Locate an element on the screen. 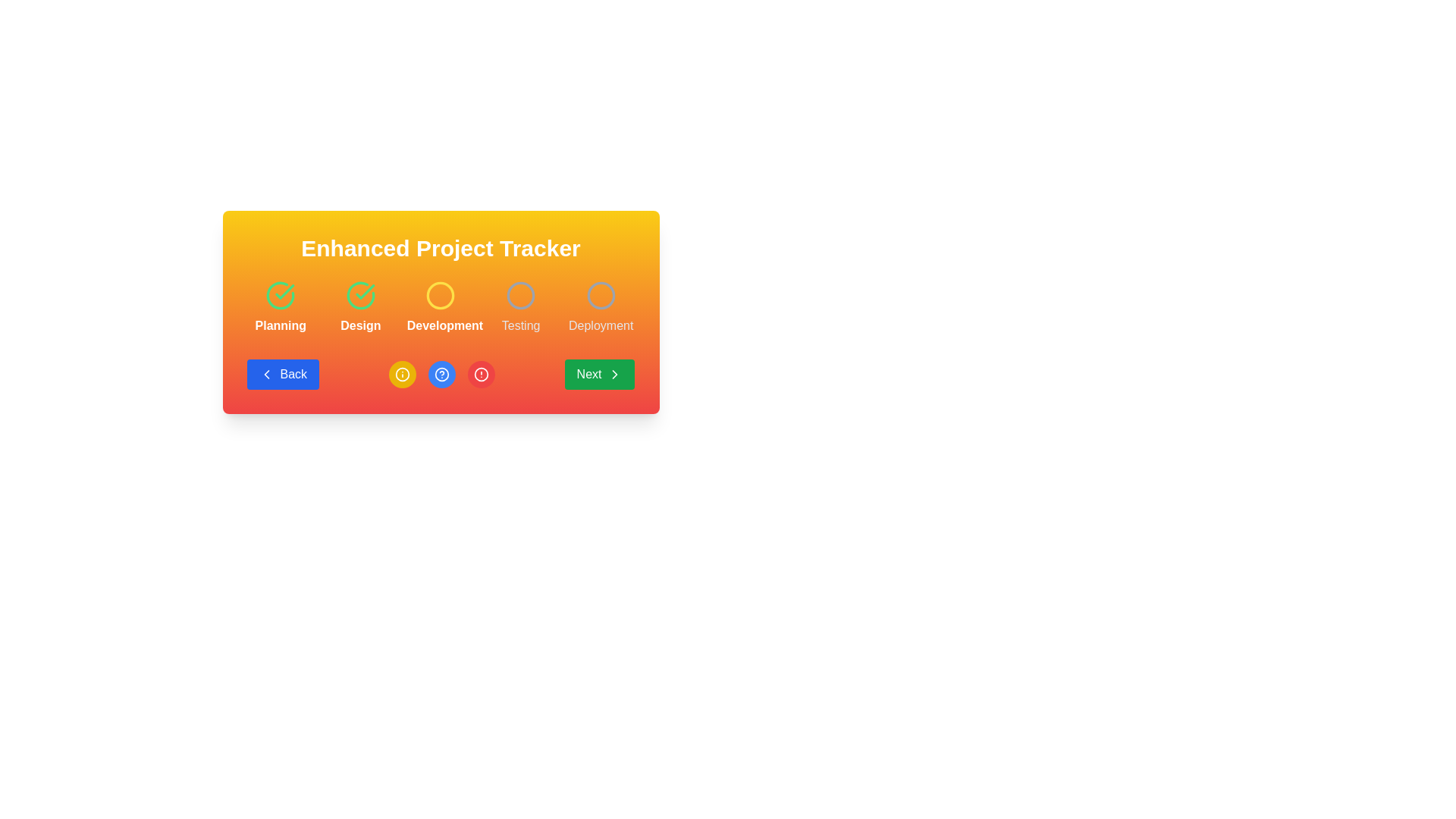 The height and width of the screenshot is (819, 1456). the 'Planning' stage completion icon is located at coordinates (281, 295).